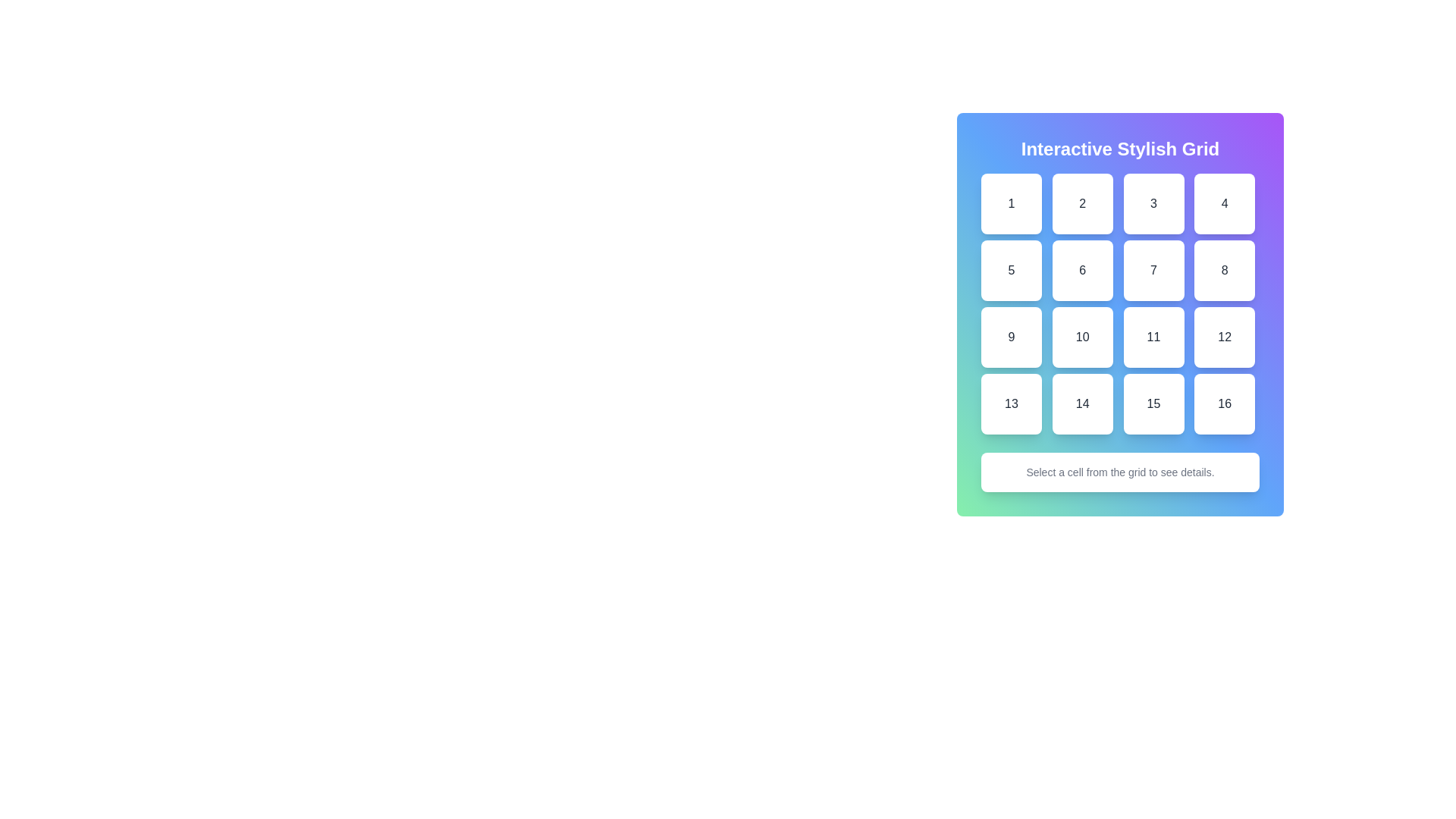  Describe the element at coordinates (1153, 336) in the screenshot. I see `the button representing the number 11 in the third row and third column of the interactive stylish grid` at that location.